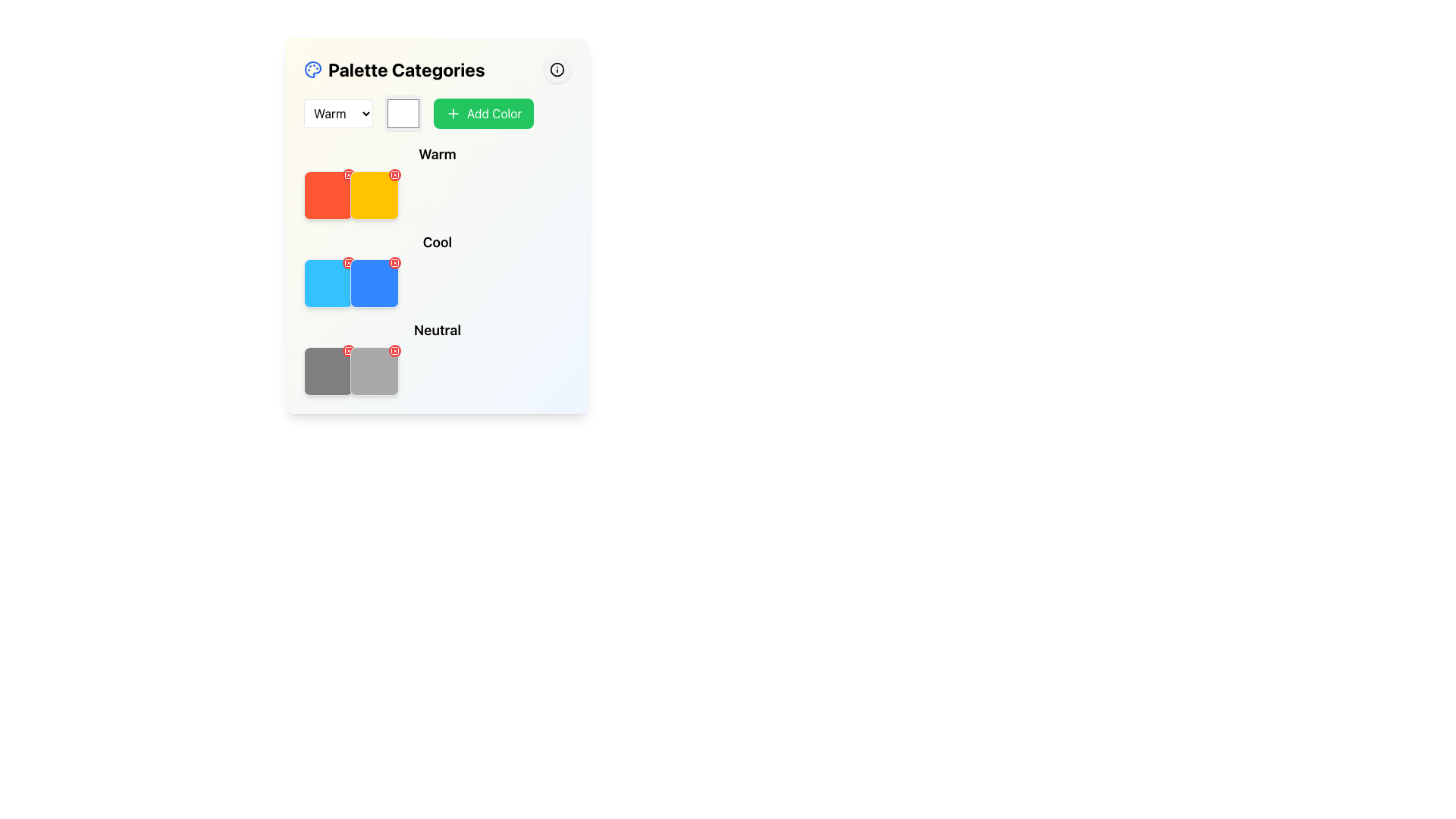  Describe the element at coordinates (556, 70) in the screenshot. I see `the small circular icon with a dark outline and a white center containing an 'i' character, located at the top-right corner of the 'Palette Categories' card` at that location.